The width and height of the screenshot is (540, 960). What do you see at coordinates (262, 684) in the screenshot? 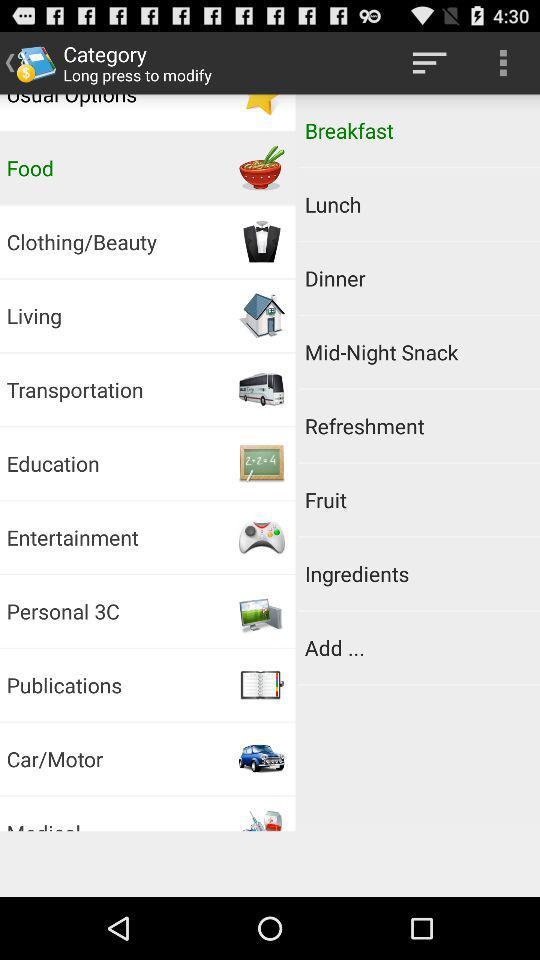
I see `icon right to publications` at bounding box center [262, 684].